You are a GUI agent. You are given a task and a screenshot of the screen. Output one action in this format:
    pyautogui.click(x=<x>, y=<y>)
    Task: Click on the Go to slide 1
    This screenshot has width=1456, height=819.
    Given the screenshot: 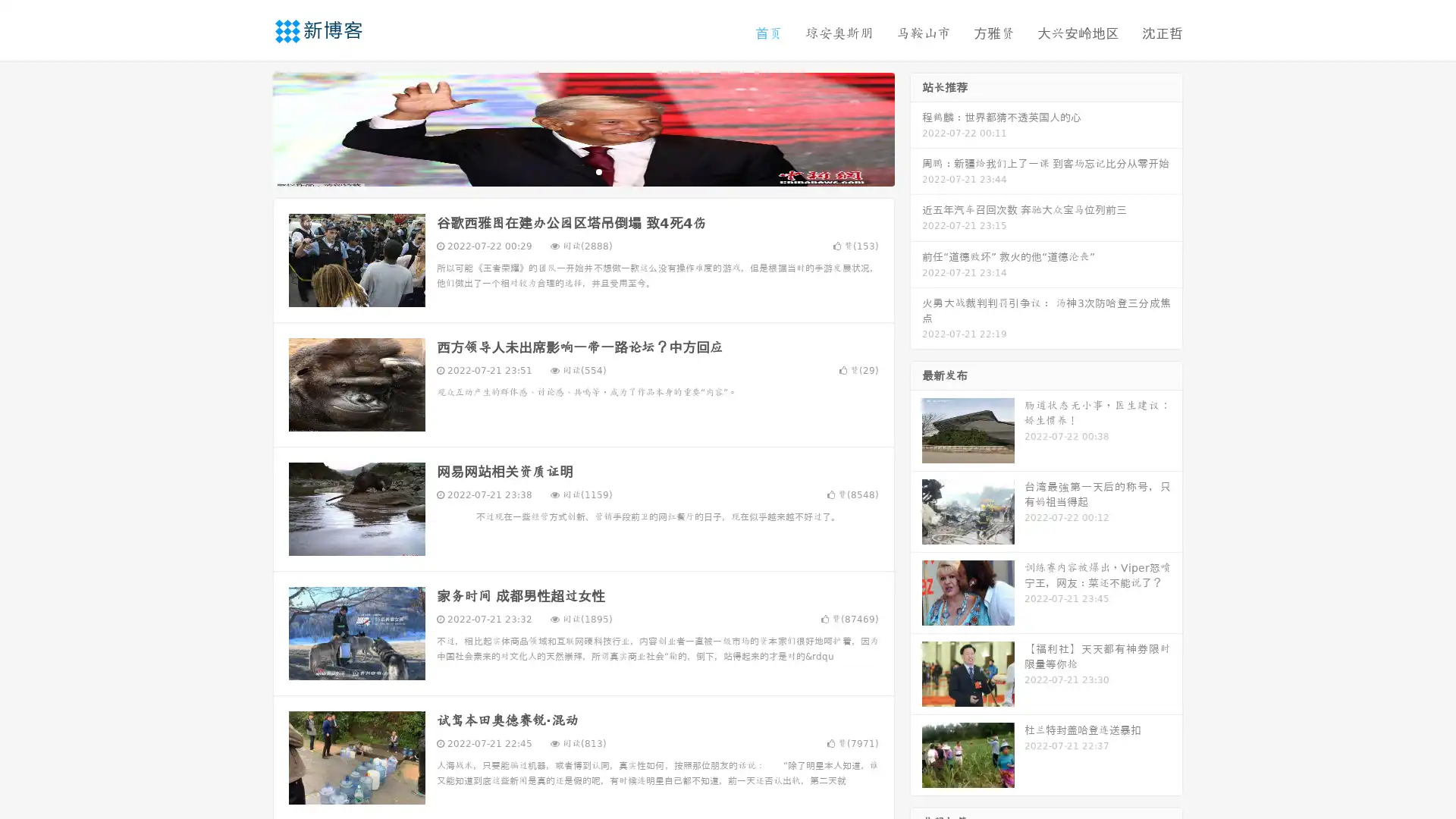 What is the action you would take?
    pyautogui.click(x=567, y=171)
    